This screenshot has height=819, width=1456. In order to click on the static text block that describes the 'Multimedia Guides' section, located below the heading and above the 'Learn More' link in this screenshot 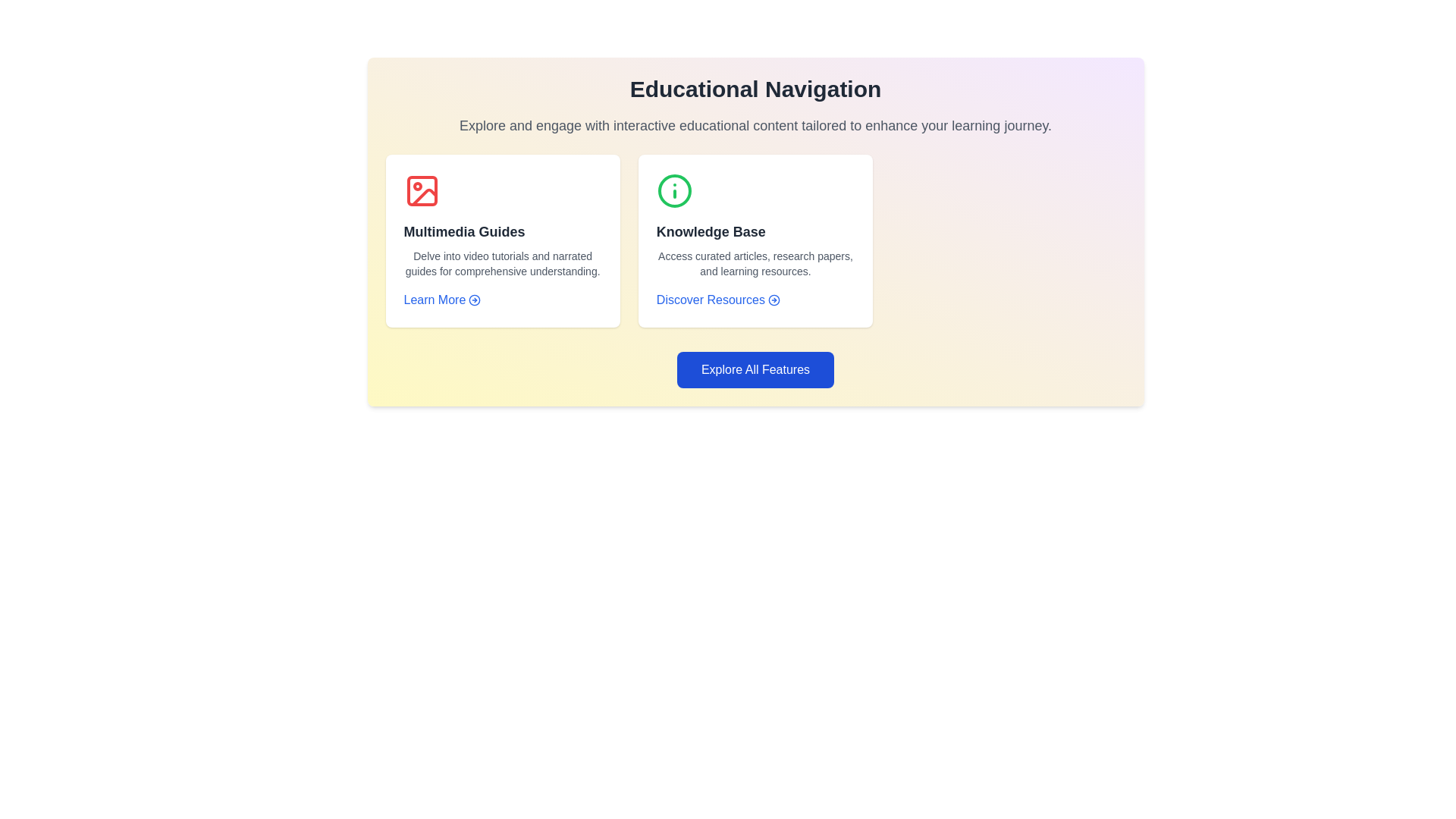, I will do `click(503, 262)`.